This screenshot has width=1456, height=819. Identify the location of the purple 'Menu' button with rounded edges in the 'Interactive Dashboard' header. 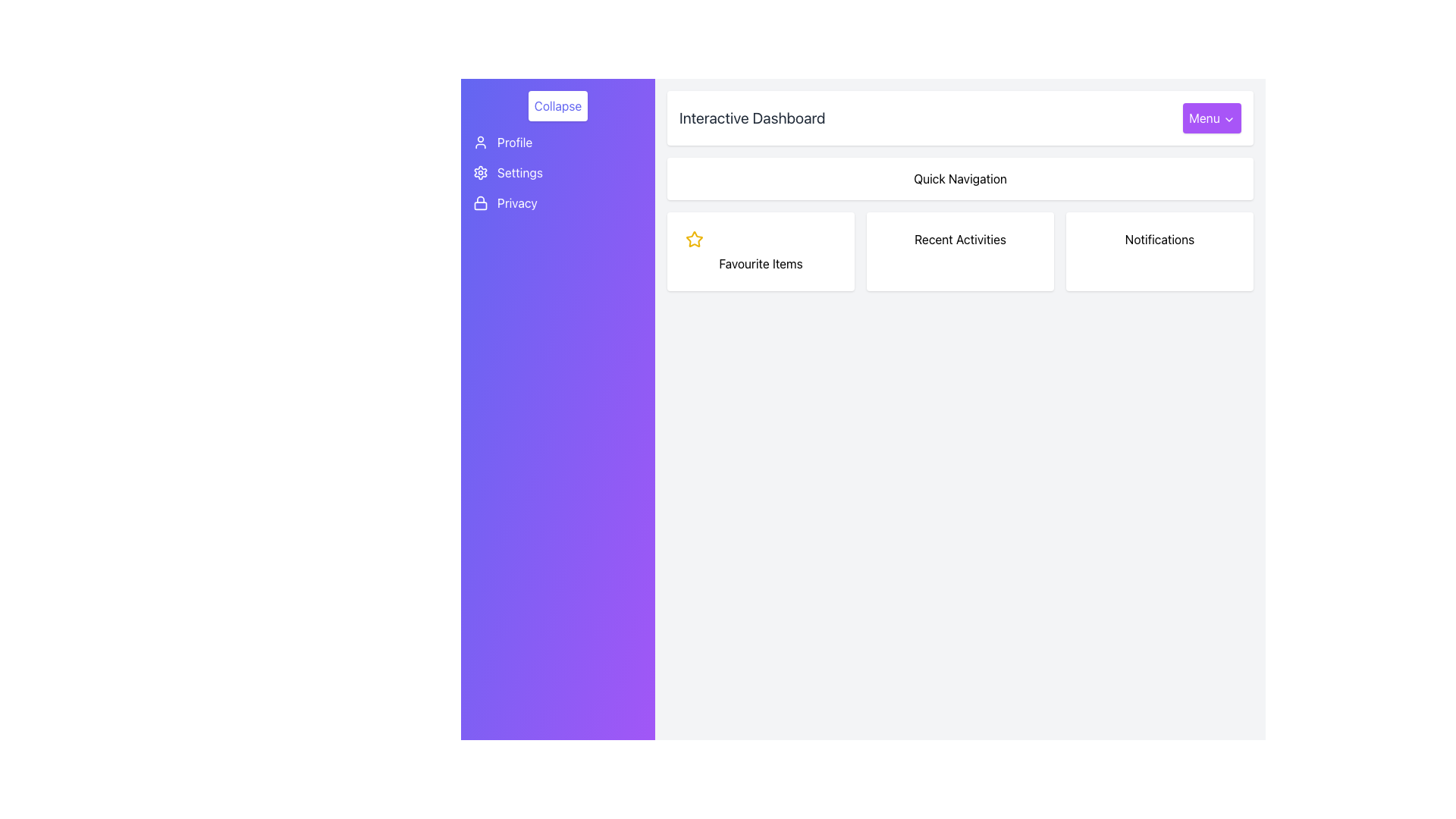
(1211, 117).